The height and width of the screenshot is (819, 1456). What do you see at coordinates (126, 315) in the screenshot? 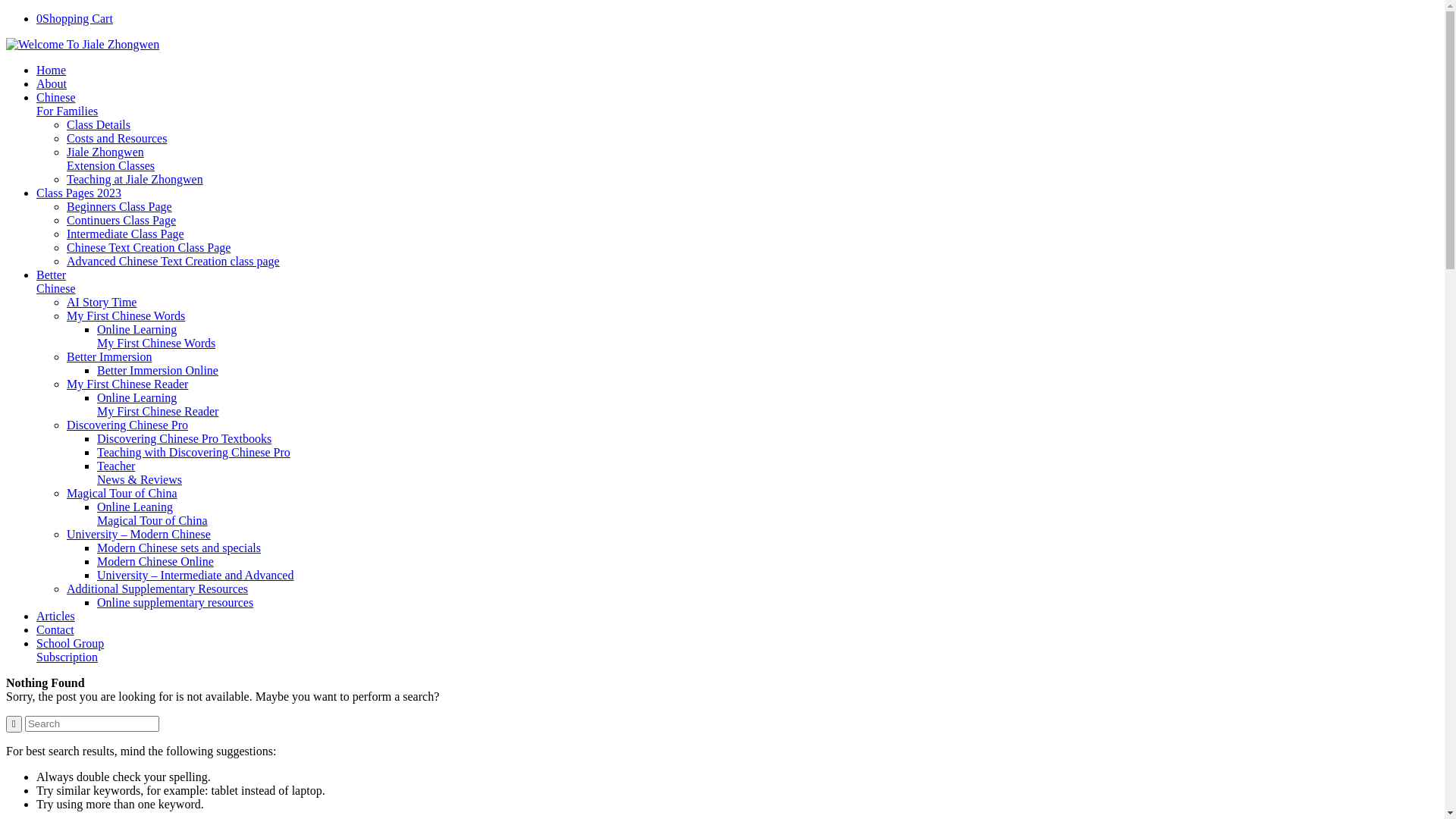
I see `'My First Chinese Words'` at bounding box center [126, 315].